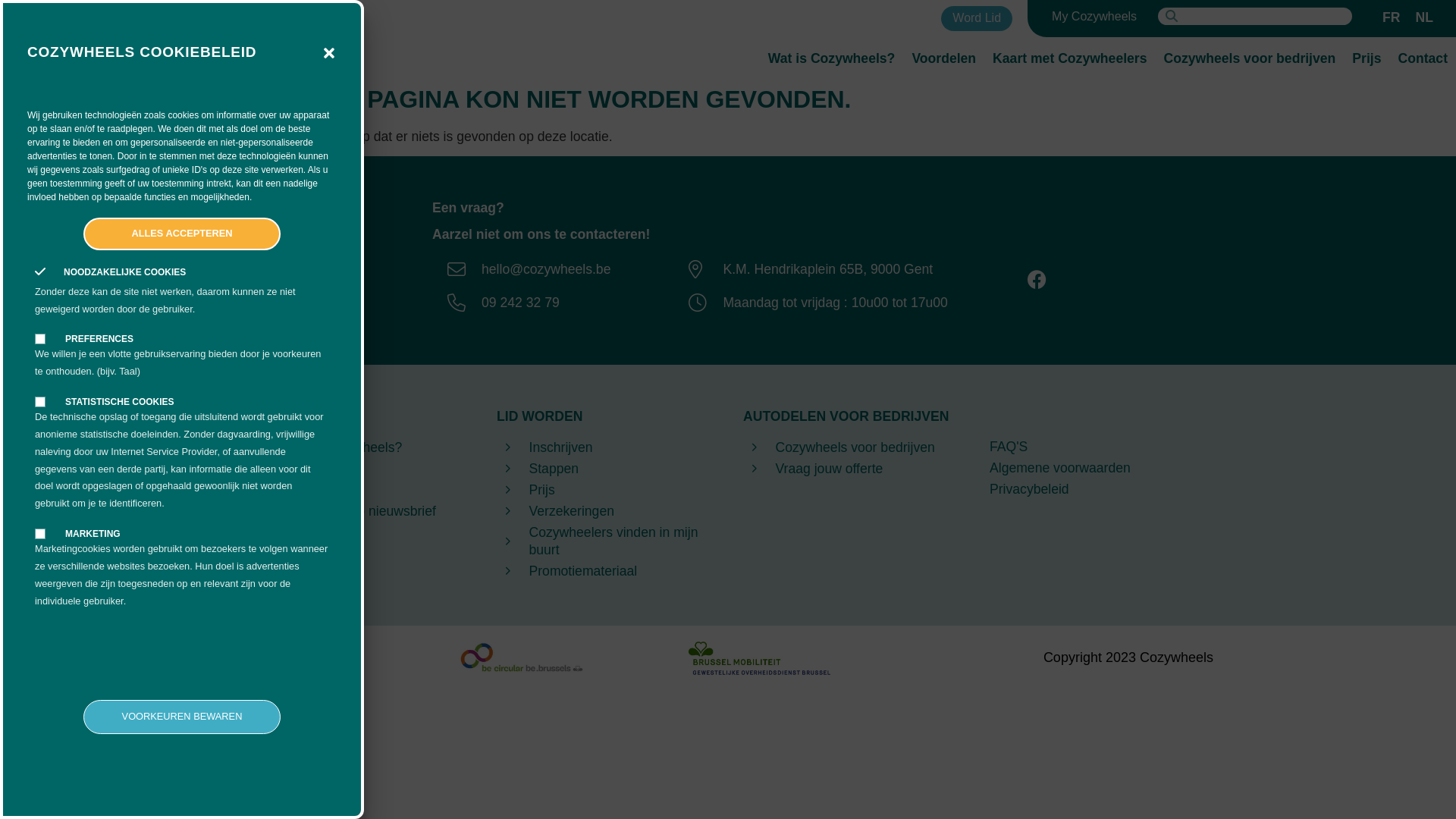 The width and height of the screenshot is (1456, 819). I want to click on 'Prijs', so click(1366, 58).